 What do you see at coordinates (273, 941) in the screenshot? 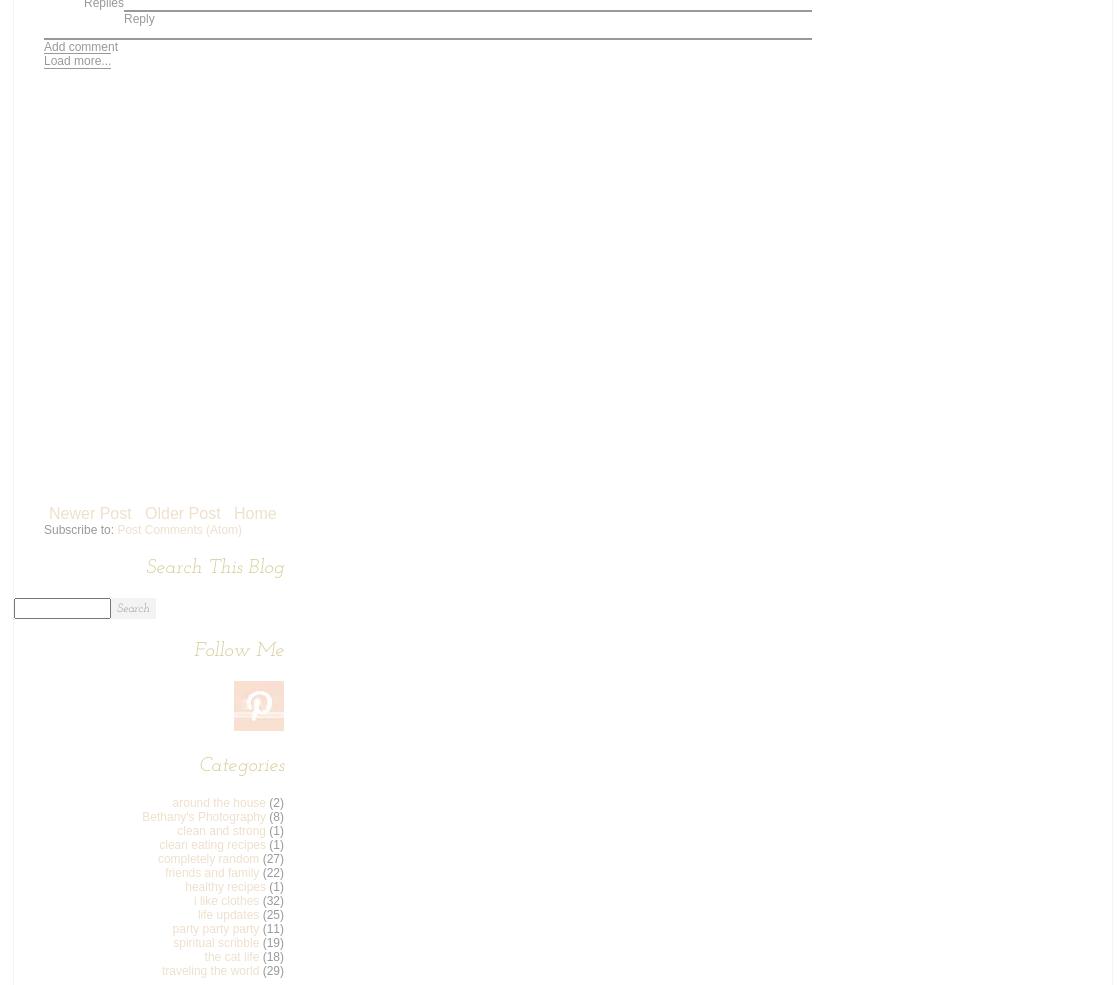
I see `'(19)'` at bounding box center [273, 941].